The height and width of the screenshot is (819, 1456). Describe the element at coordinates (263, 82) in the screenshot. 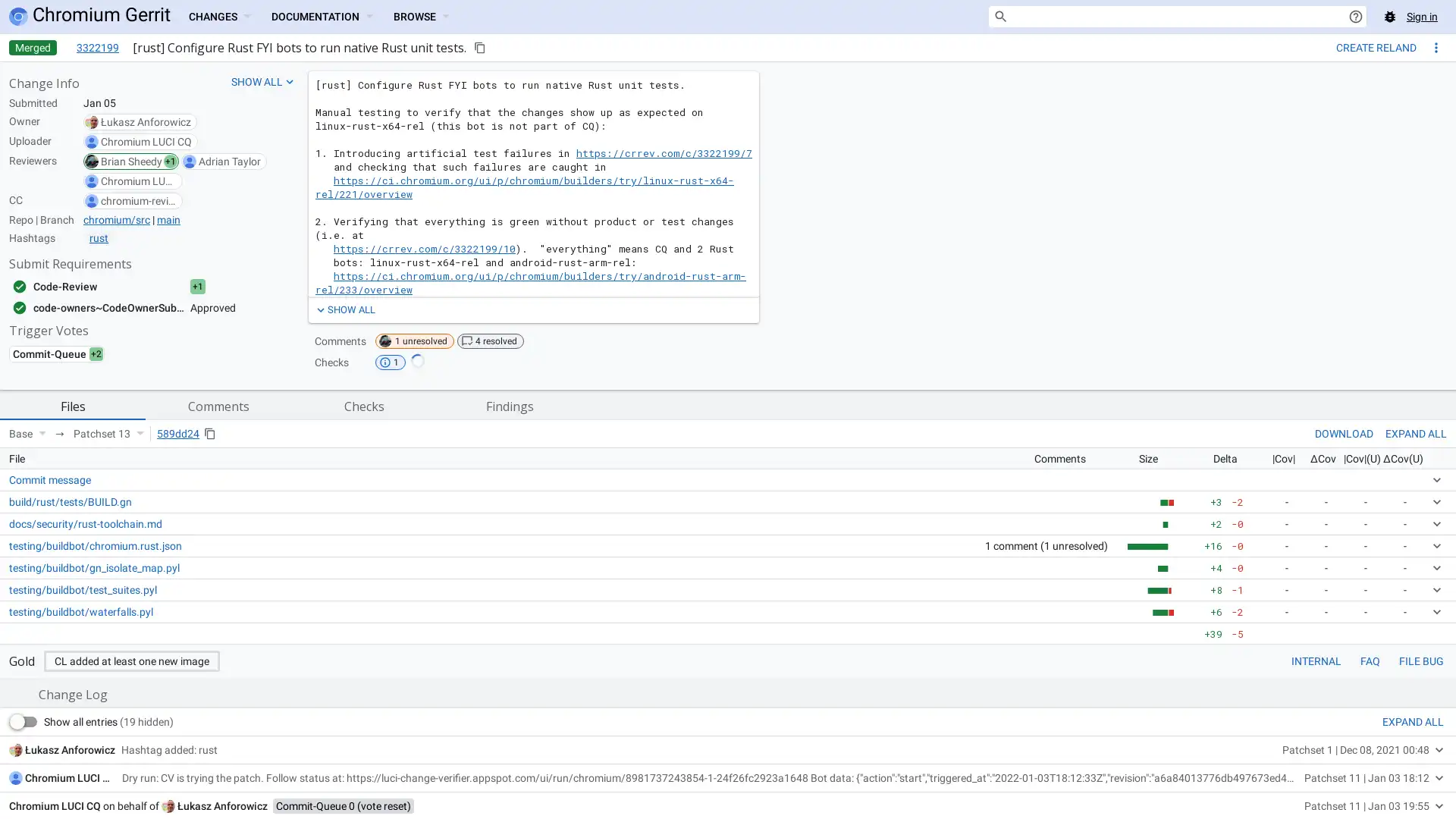

I see `SHOW ALL` at that location.